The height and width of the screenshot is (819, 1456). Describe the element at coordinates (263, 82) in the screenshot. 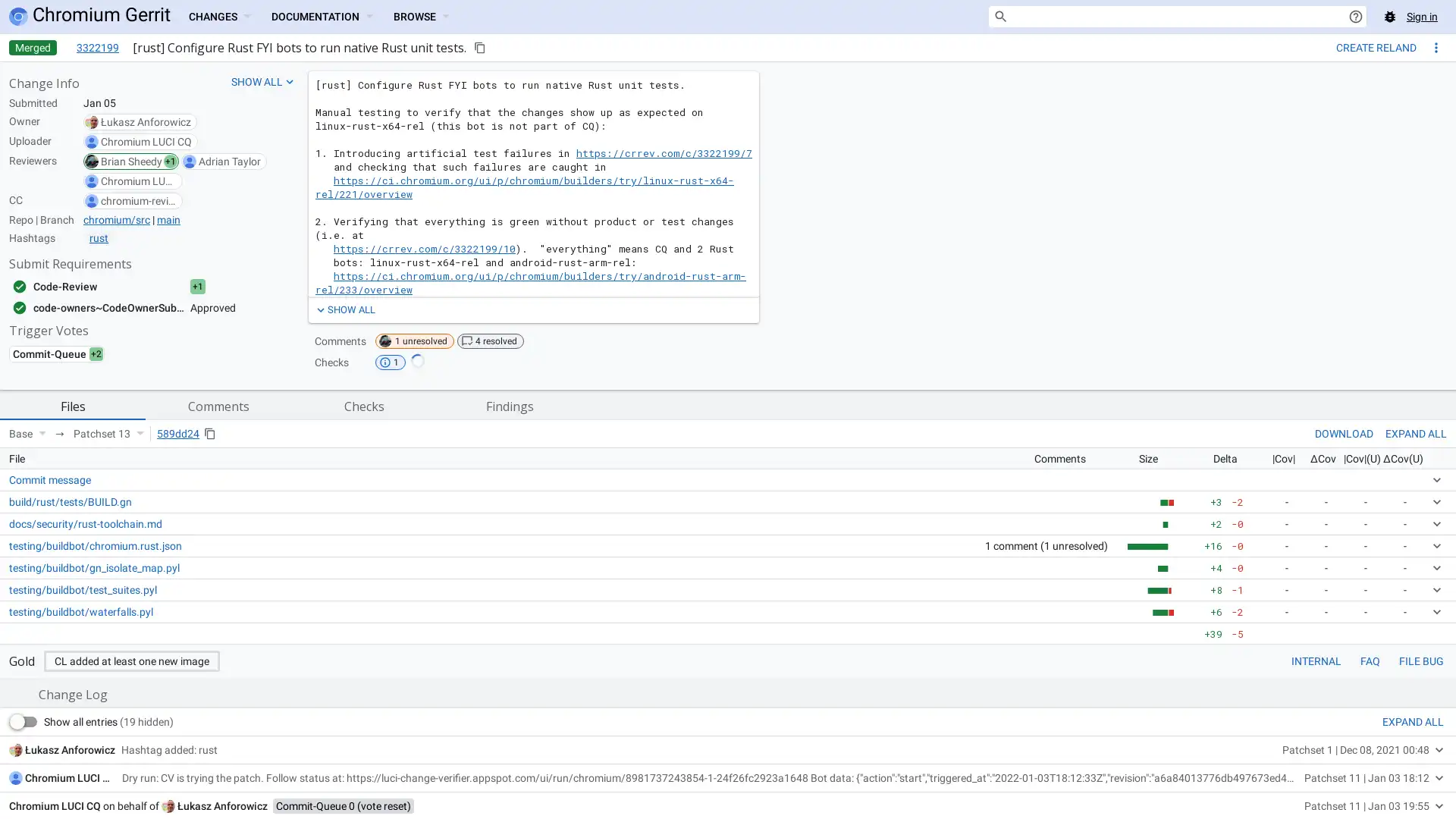

I see `SHOW ALL` at that location.